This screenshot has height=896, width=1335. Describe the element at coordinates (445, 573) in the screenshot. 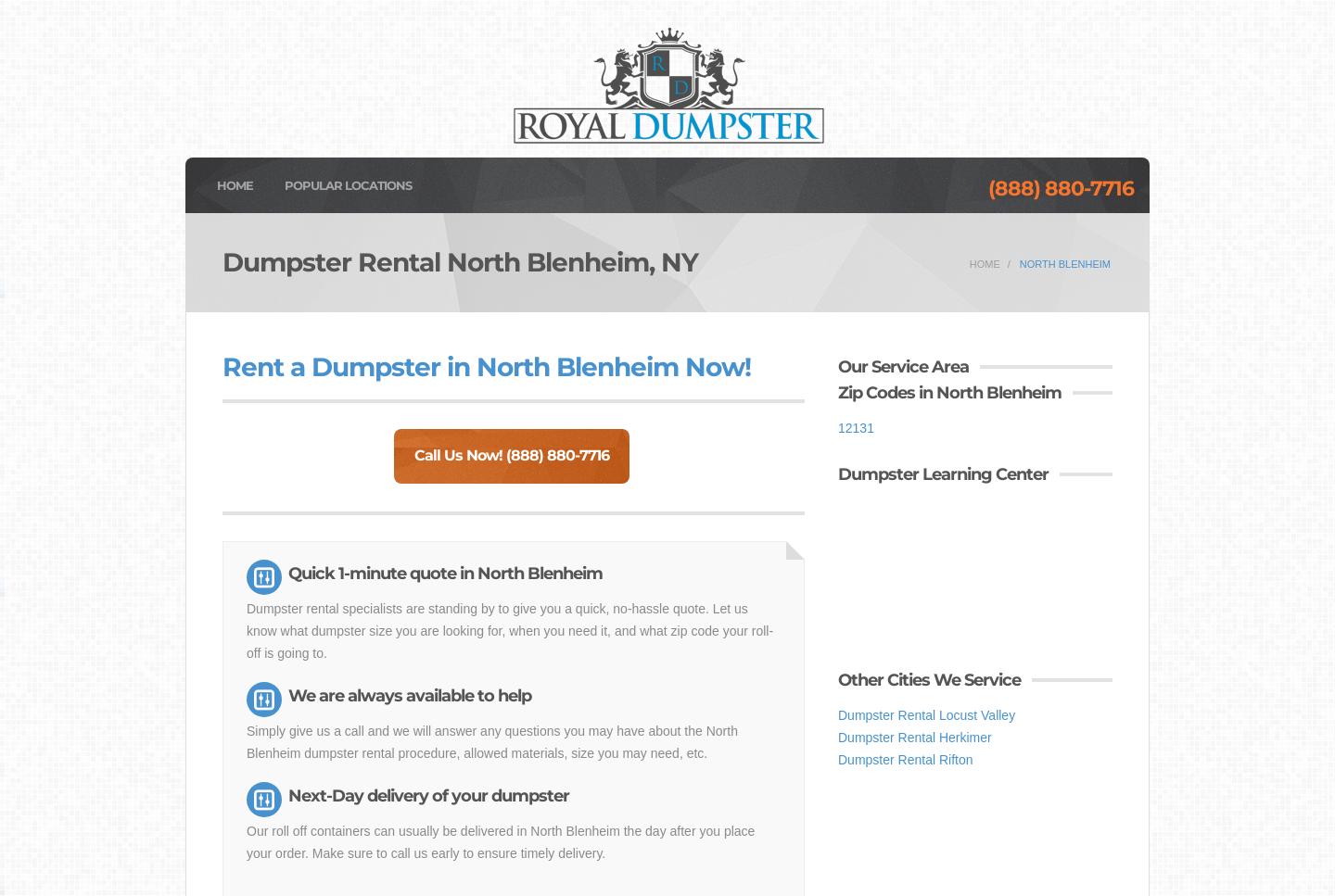

I see `'Quick 1-minute quote in North Blenheim'` at that location.